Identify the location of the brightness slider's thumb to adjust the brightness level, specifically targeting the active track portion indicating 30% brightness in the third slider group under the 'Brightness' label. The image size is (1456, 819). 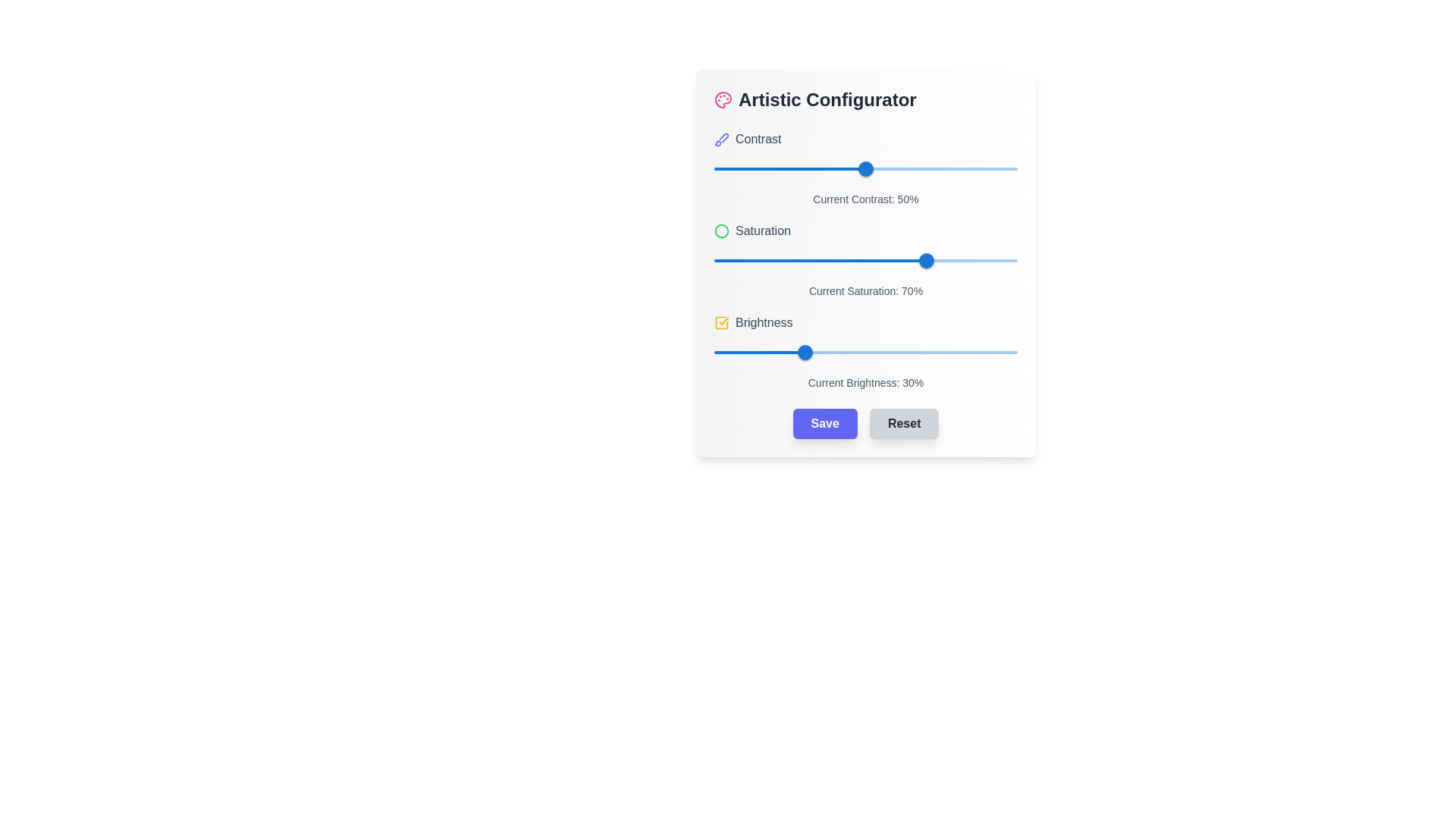
(760, 353).